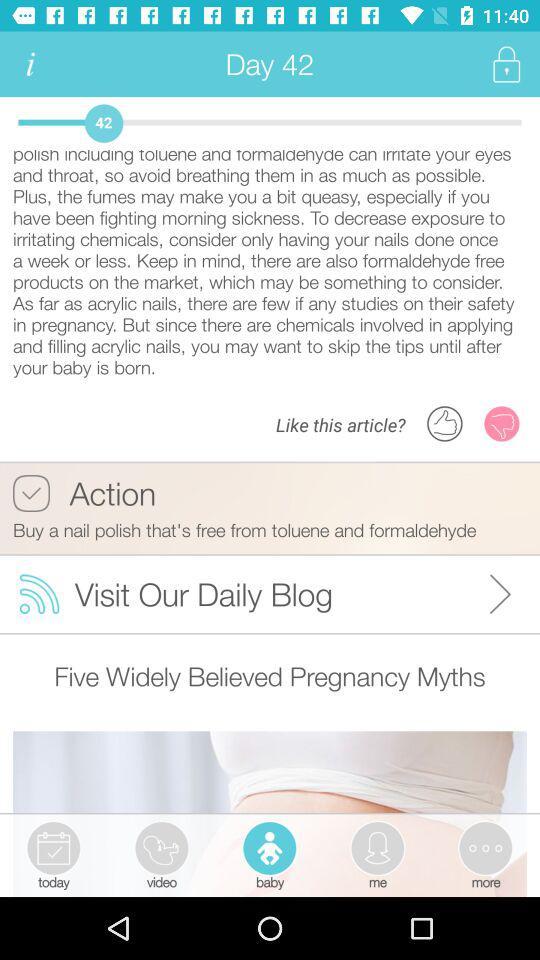  What do you see at coordinates (29, 64) in the screenshot?
I see `the icon next to day 42 app` at bounding box center [29, 64].